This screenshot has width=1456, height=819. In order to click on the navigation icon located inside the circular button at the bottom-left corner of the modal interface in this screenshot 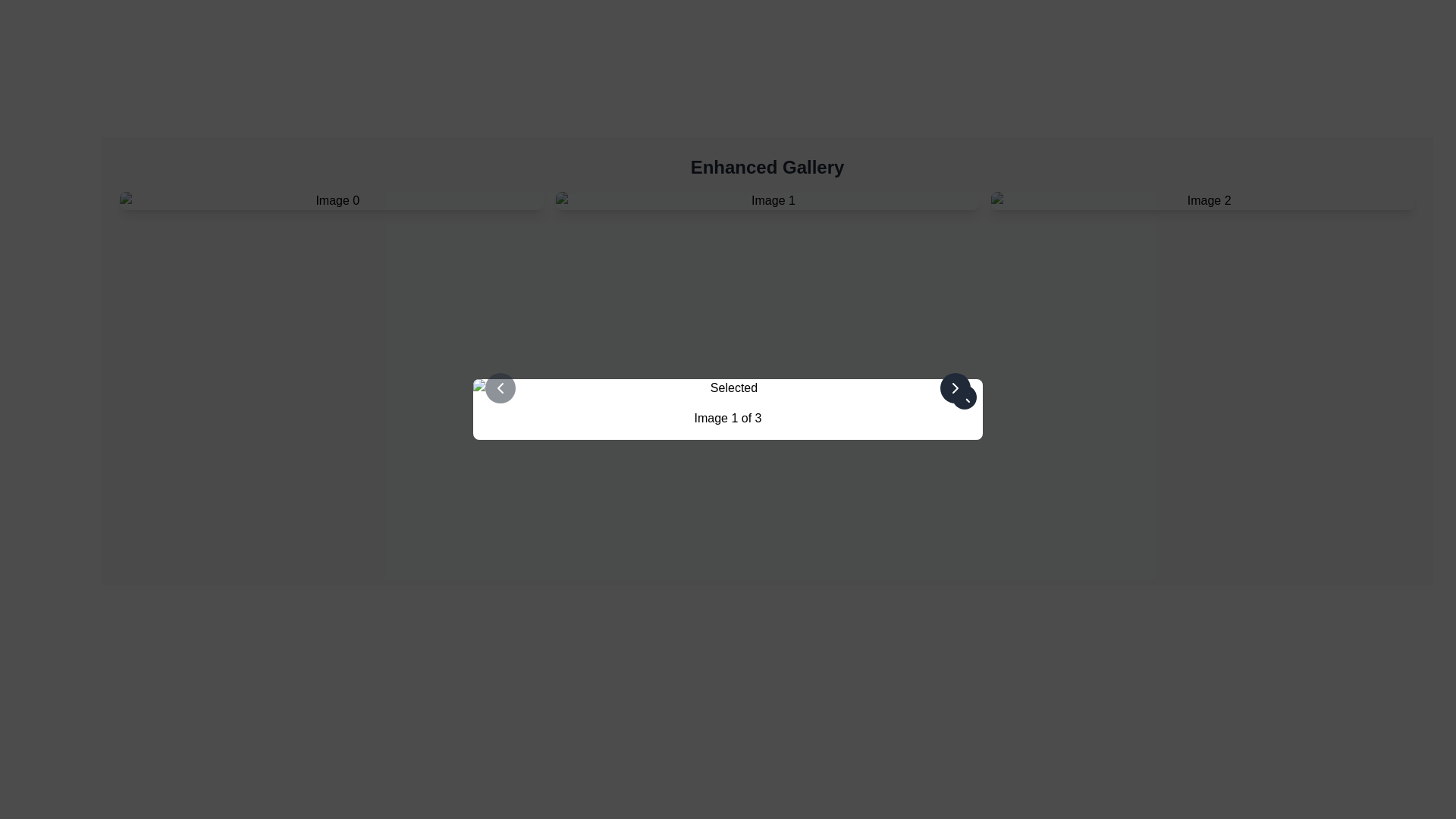, I will do `click(500, 388)`.